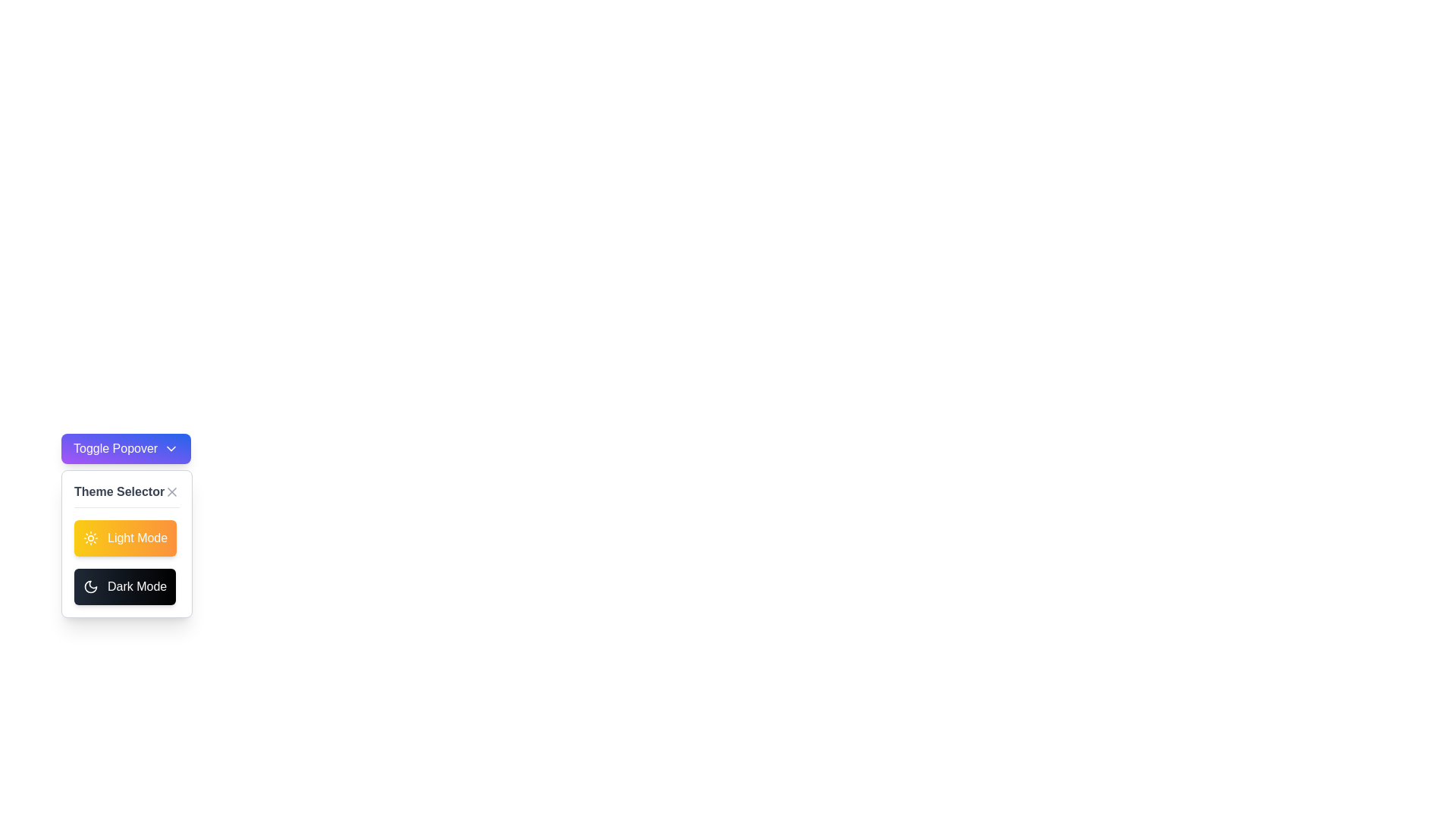 The width and height of the screenshot is (1456, 819). I want to click on the 'Dark Mode' button in the 'Theme Selector' dropdown menu, so click(90, 586).